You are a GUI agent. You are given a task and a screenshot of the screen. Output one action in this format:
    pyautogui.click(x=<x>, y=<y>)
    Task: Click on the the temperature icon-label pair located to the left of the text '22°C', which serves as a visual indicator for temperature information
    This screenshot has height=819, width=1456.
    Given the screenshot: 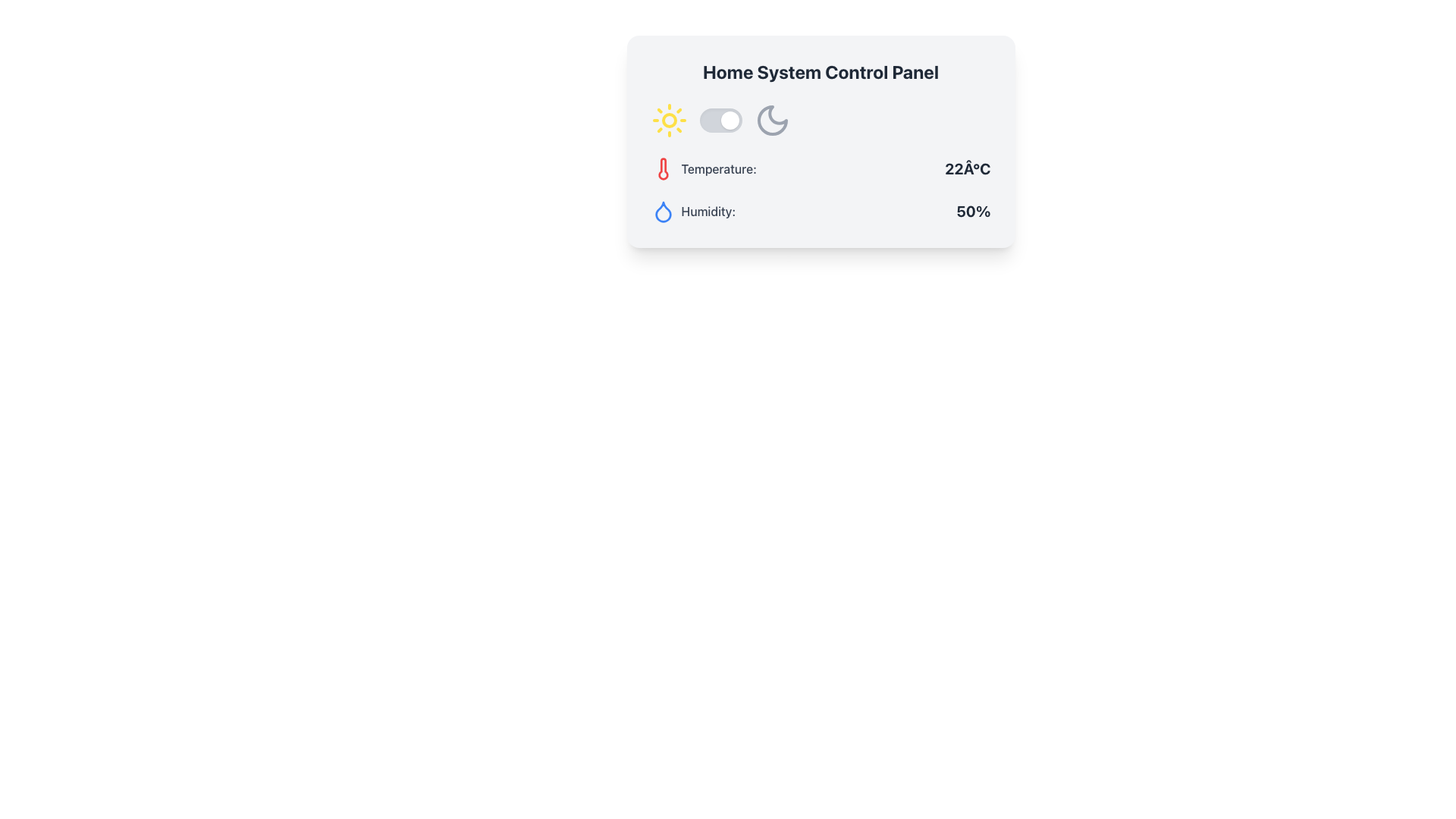 What is the action you would take?
    pyautogui.click(x=702, y=169)
    